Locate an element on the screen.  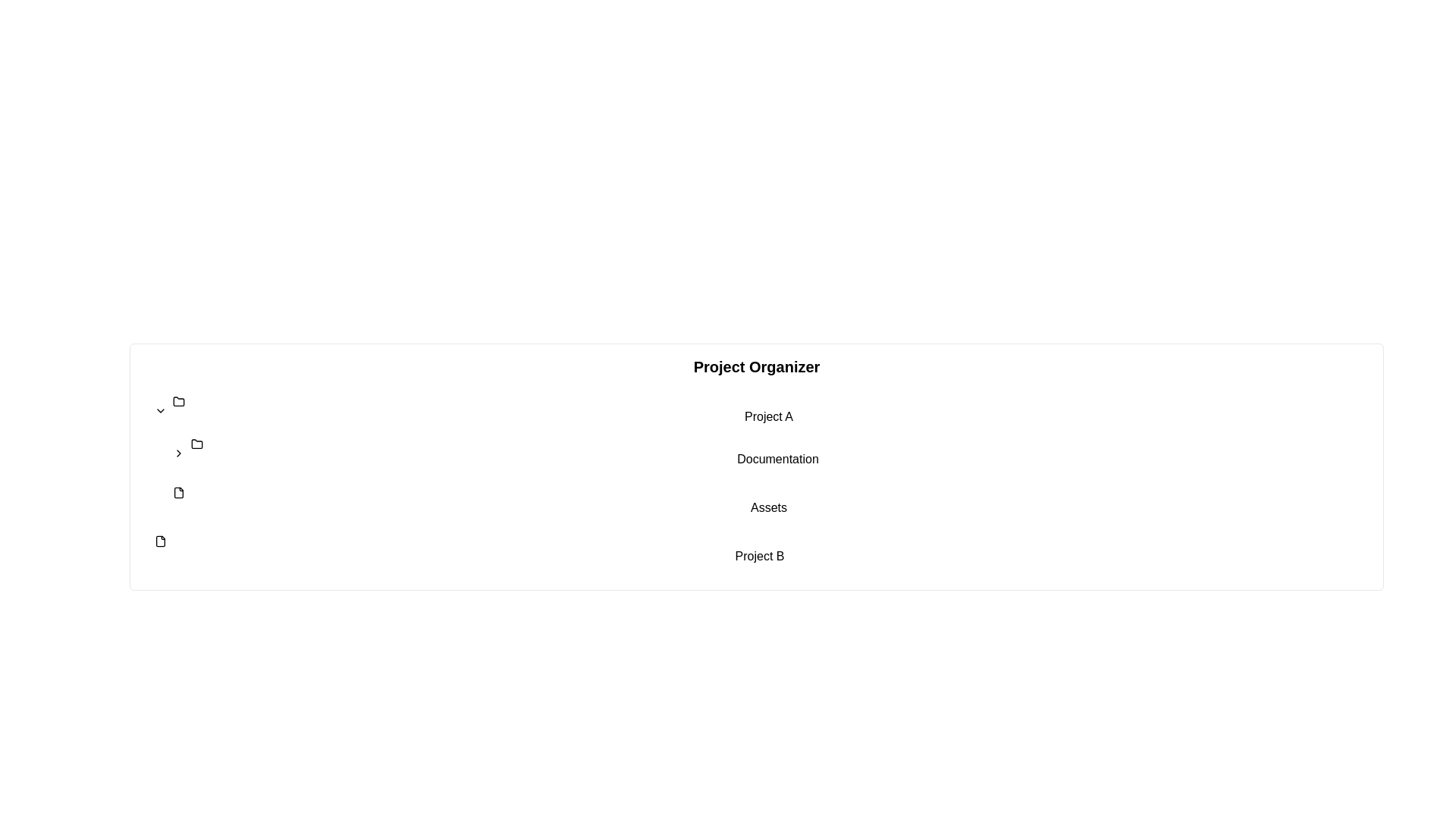
the text item displaying 'Documentation' located in the 'Project Organizer' section is located at coordinates (778, 452).